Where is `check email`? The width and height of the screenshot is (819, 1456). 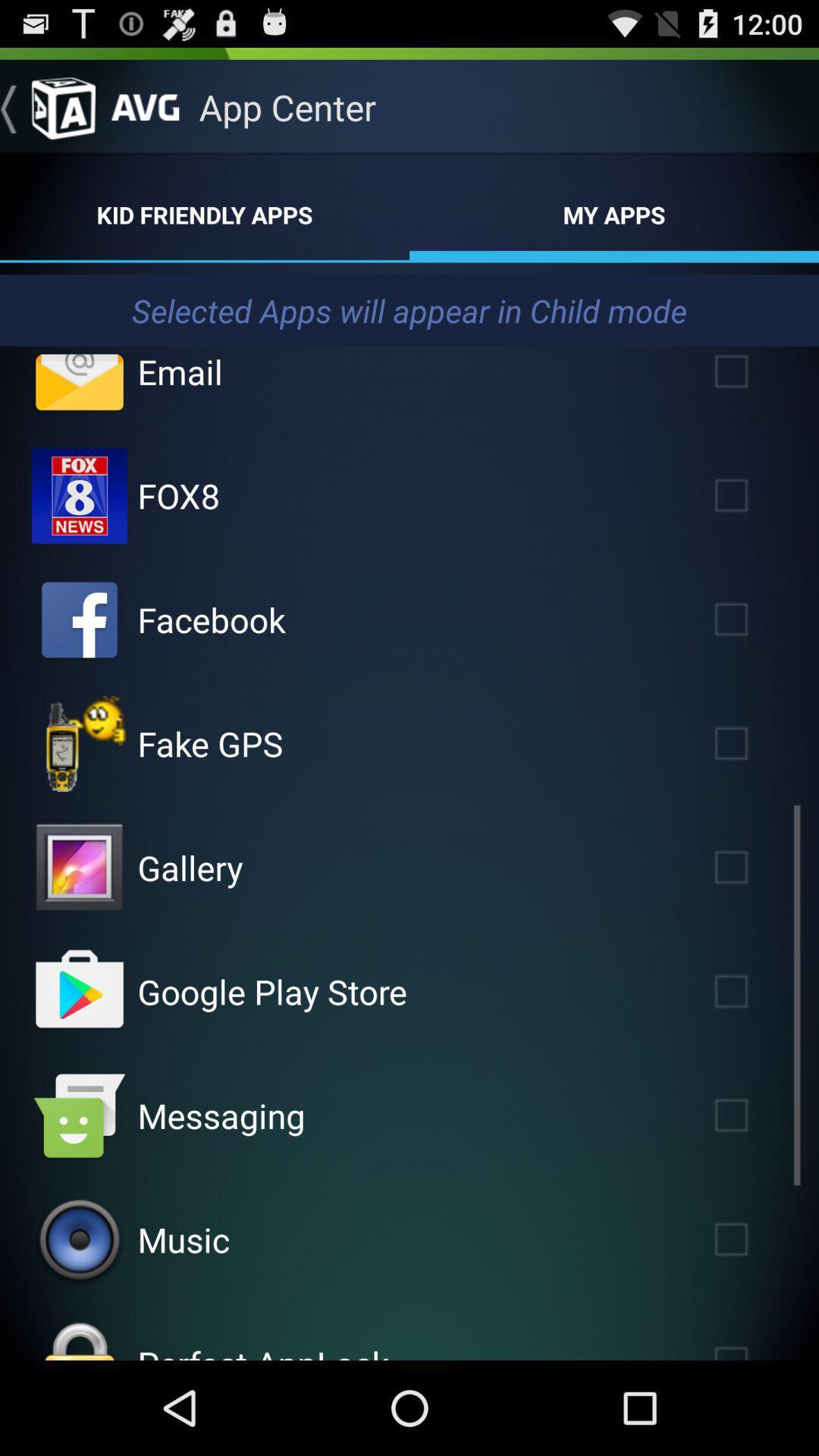 check email is located at coordinates (79, 383).